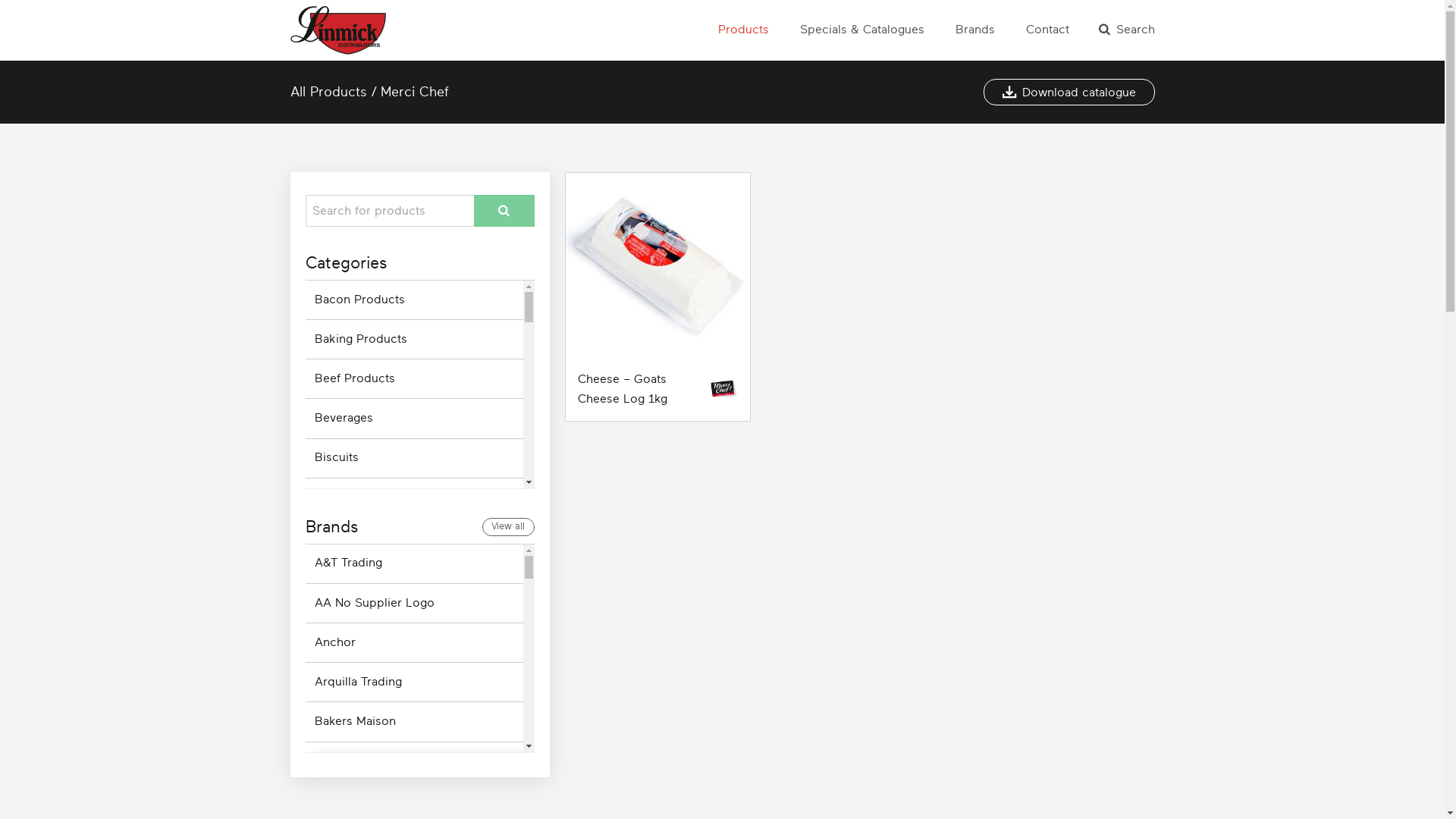 The image size is (1456, 819). I want to click on 'Beverages', so click(413, 418).